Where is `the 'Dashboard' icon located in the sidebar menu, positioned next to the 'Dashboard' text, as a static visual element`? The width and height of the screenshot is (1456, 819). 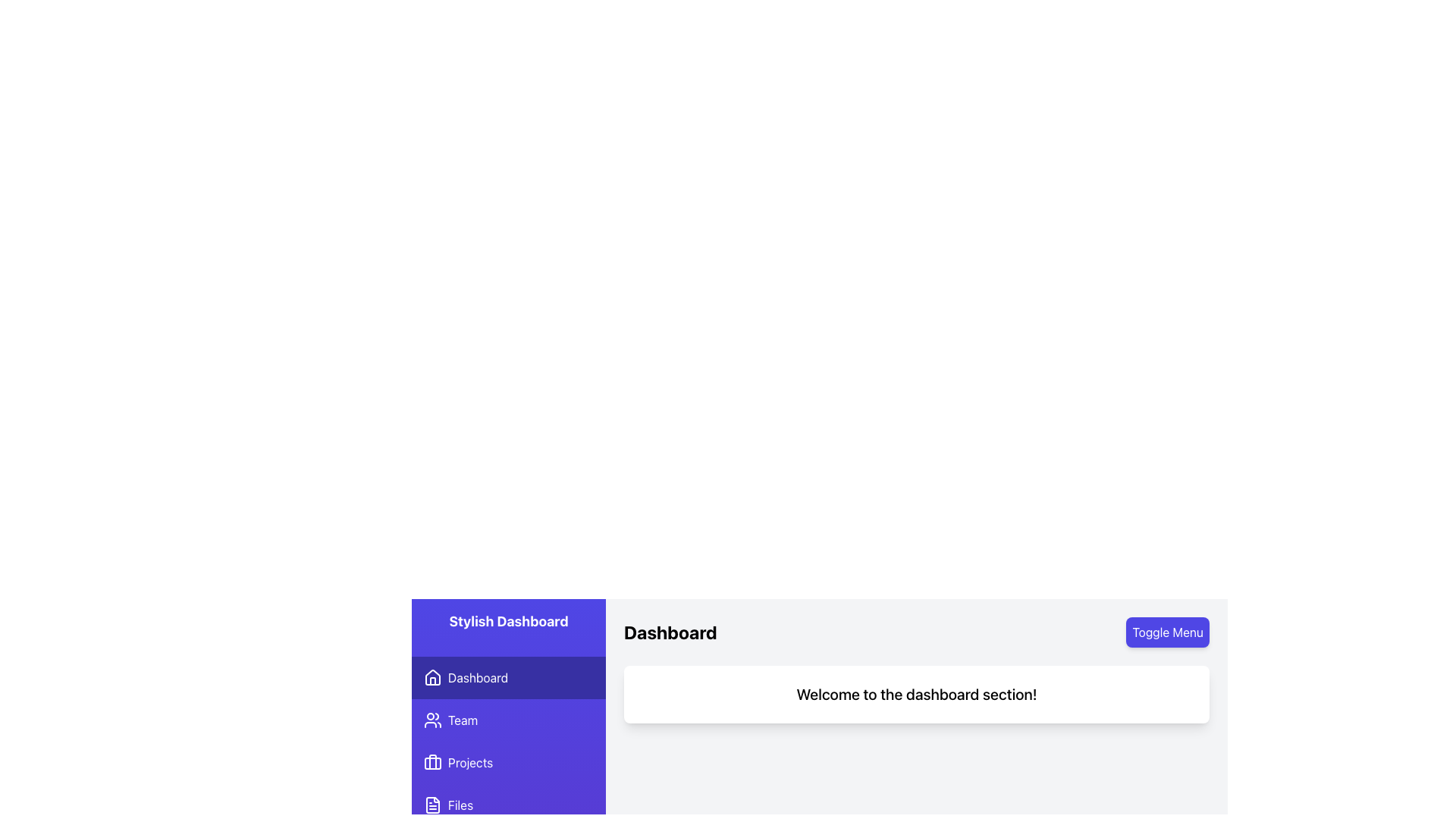 the 'Dashboard' icon located in the sidebar menu, positioned next to the 'Dashboard' text, as a static visual element is located at coordinates (432, 677).